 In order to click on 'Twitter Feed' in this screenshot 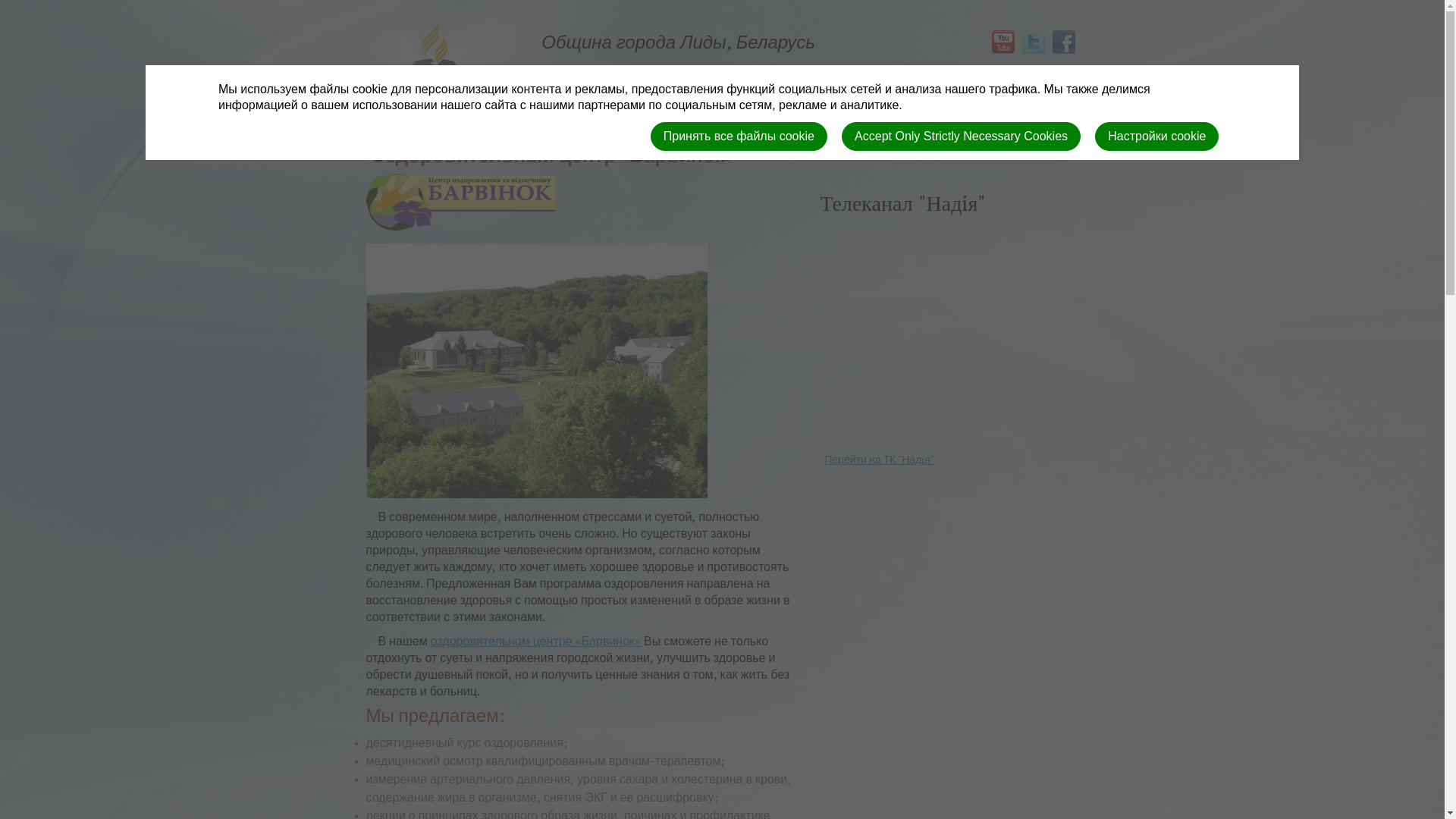, I will do `click(1018, 42)`.